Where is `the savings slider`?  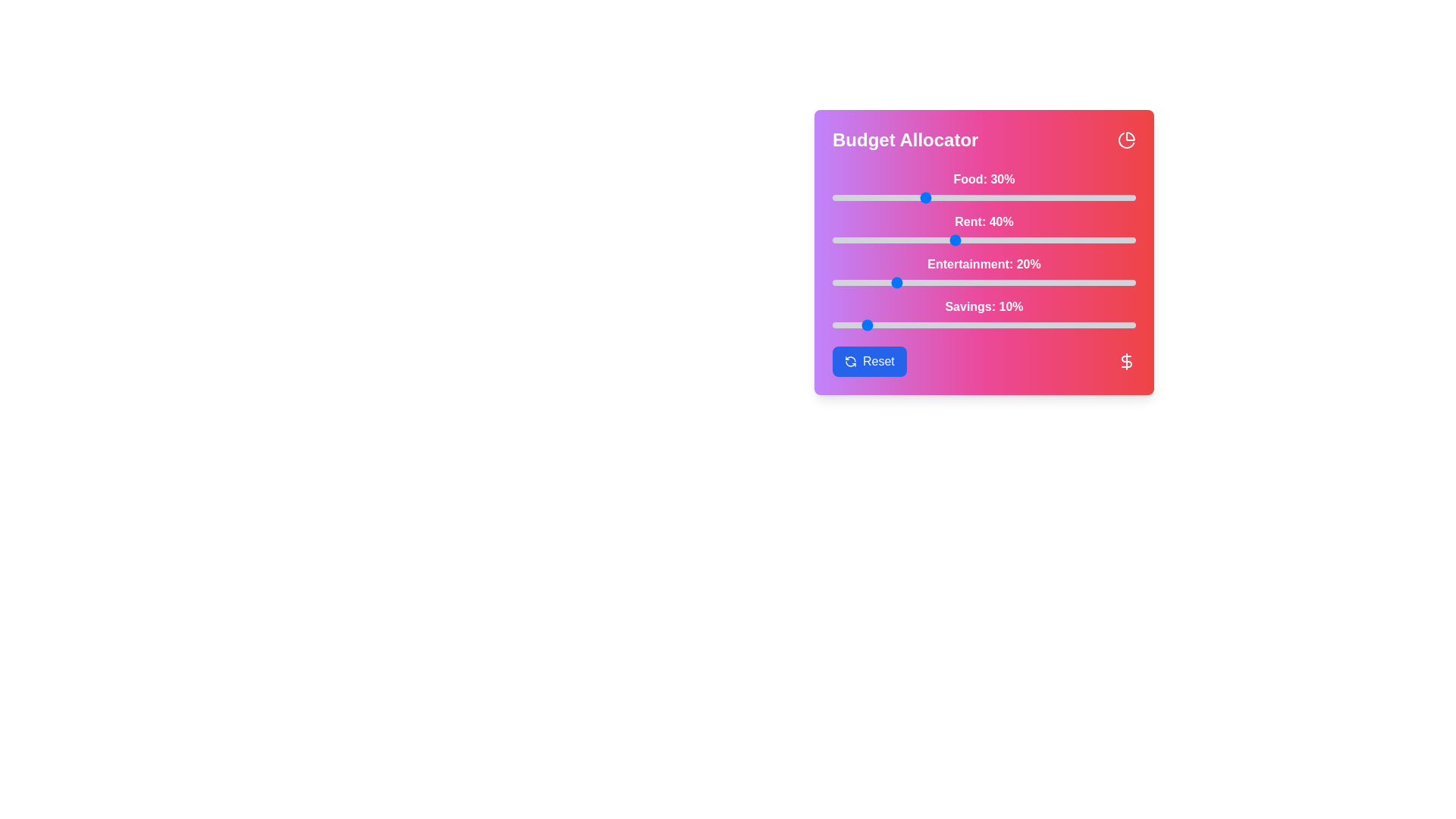
the savings slider is located at coordinates (890, 324).